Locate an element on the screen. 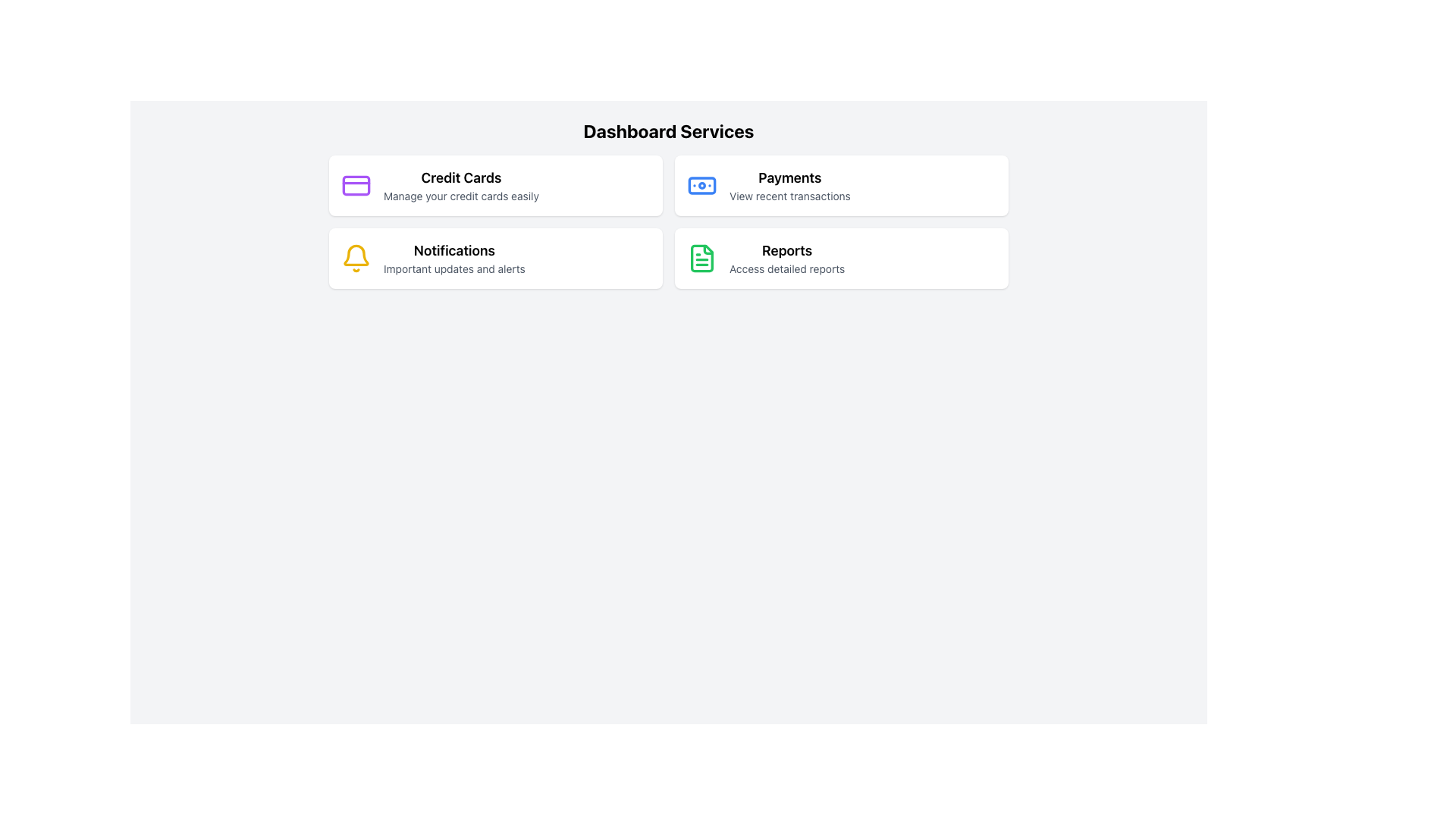 The image size is (1456, 819). the Text Block that displays 'Notifications' and 'Important updates and alerts', located below the bell icon in the second column of the dashboard services layout is located at coordinates (453, 257).